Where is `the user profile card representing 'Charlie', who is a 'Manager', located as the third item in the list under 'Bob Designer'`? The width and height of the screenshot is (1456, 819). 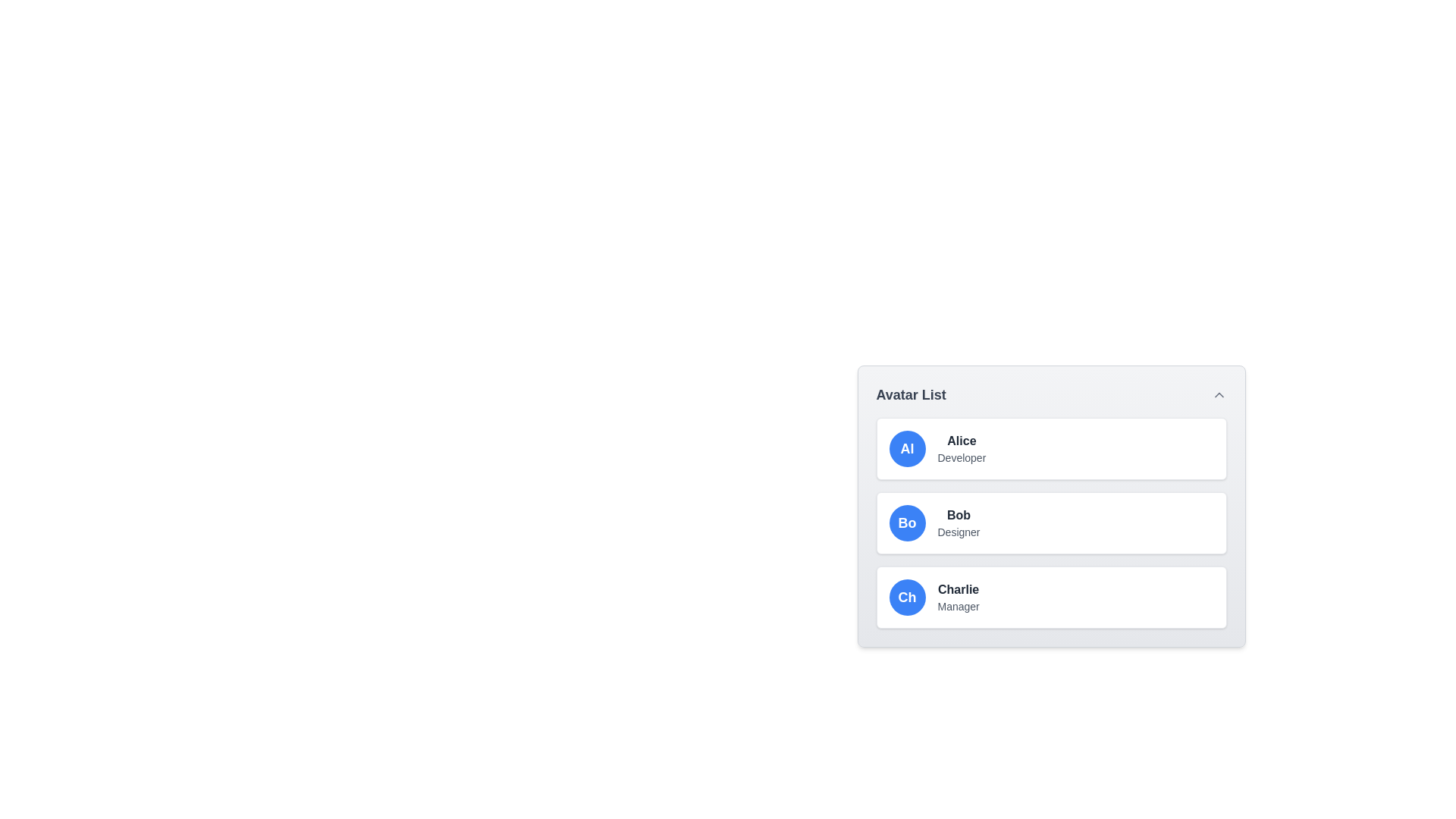
the user profile card representing 'Charlie', who is a 'Manager', located as the third item in the list under 'Bob Designer' is located at coordinates (1050, 596).